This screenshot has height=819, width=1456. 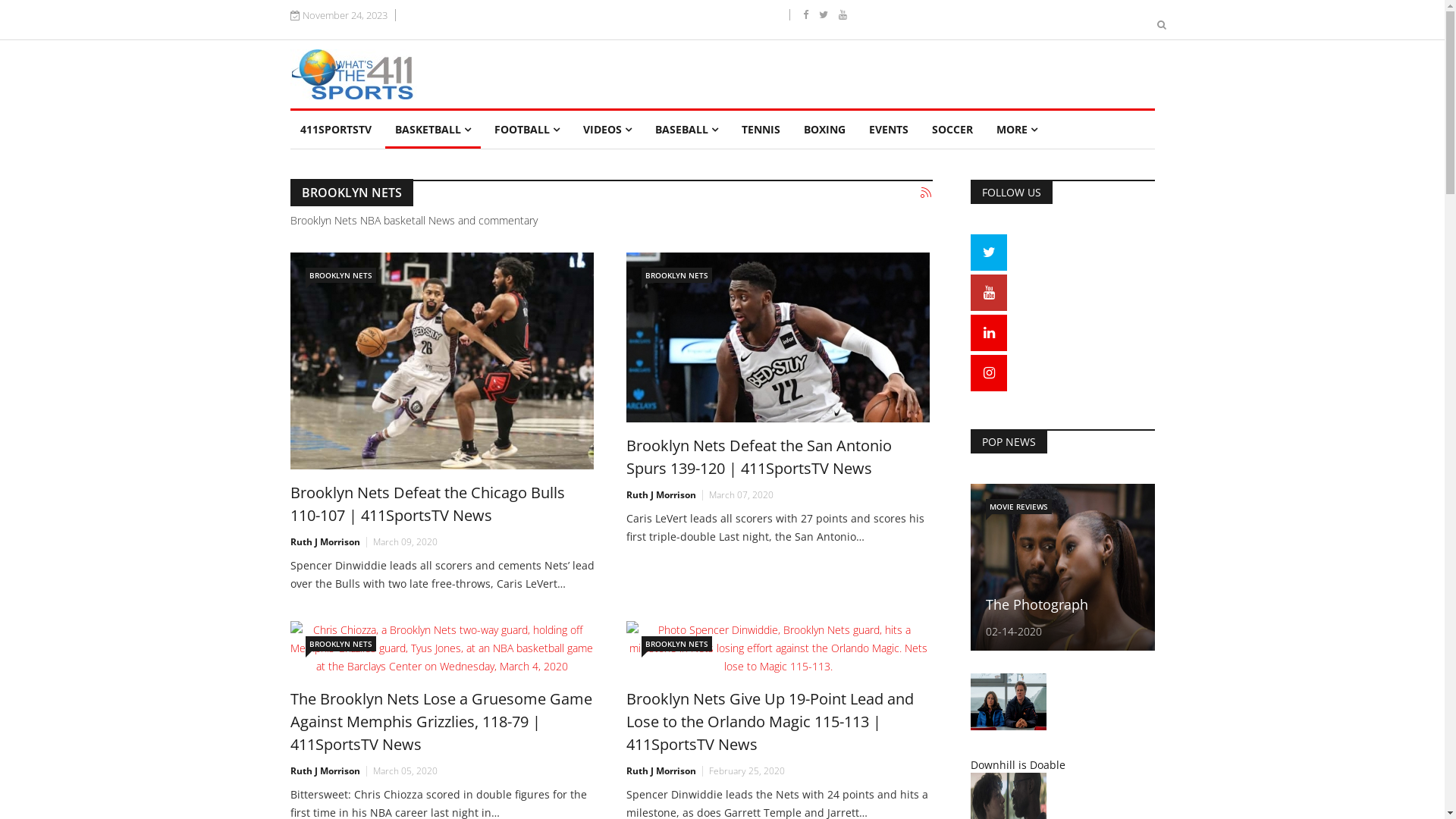 I want to click on 'Subscribe to this RSS feed', so click(x=926, y=192).